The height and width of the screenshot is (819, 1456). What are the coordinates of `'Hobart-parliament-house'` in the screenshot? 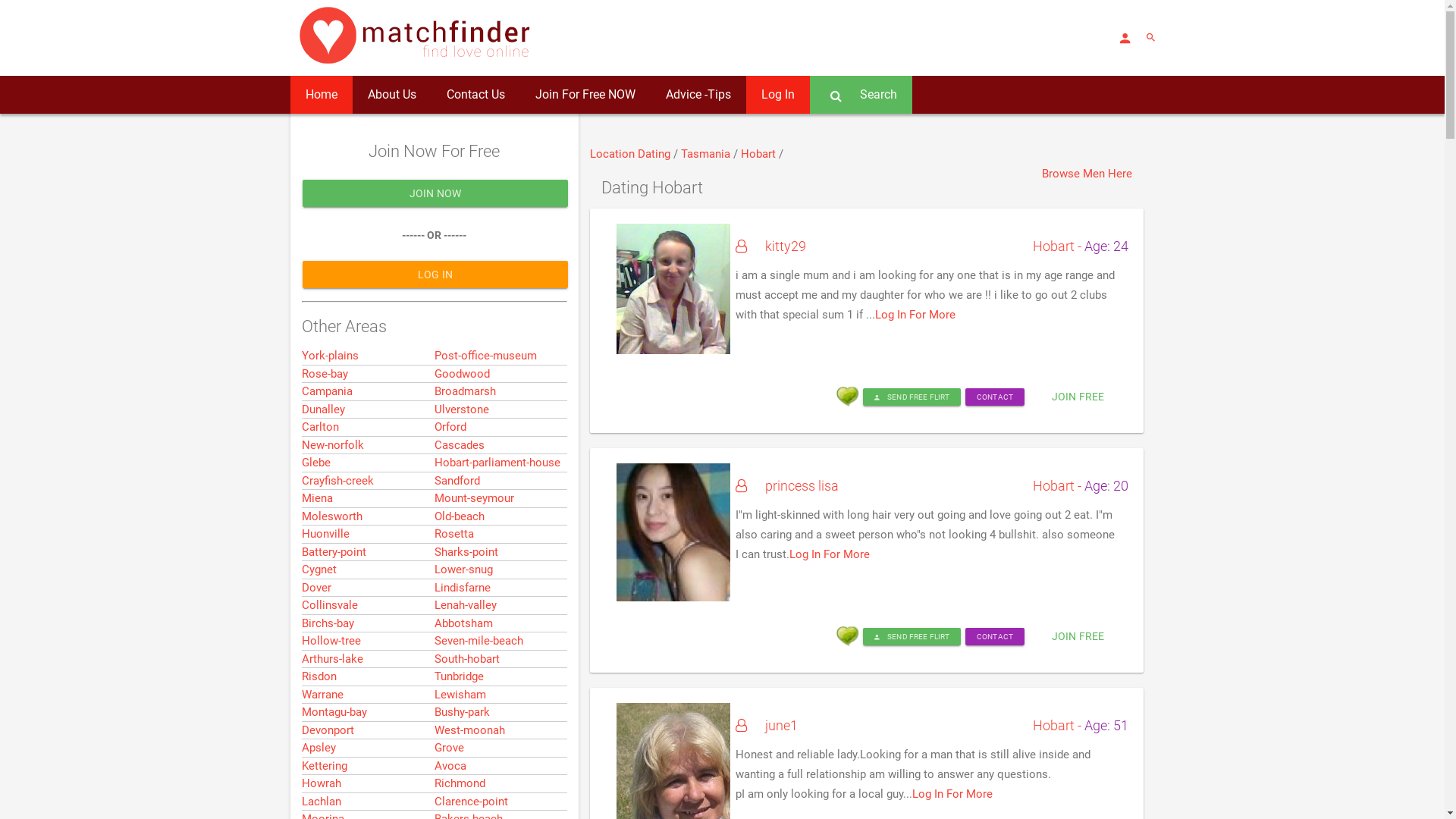 It's located at (496, 461).